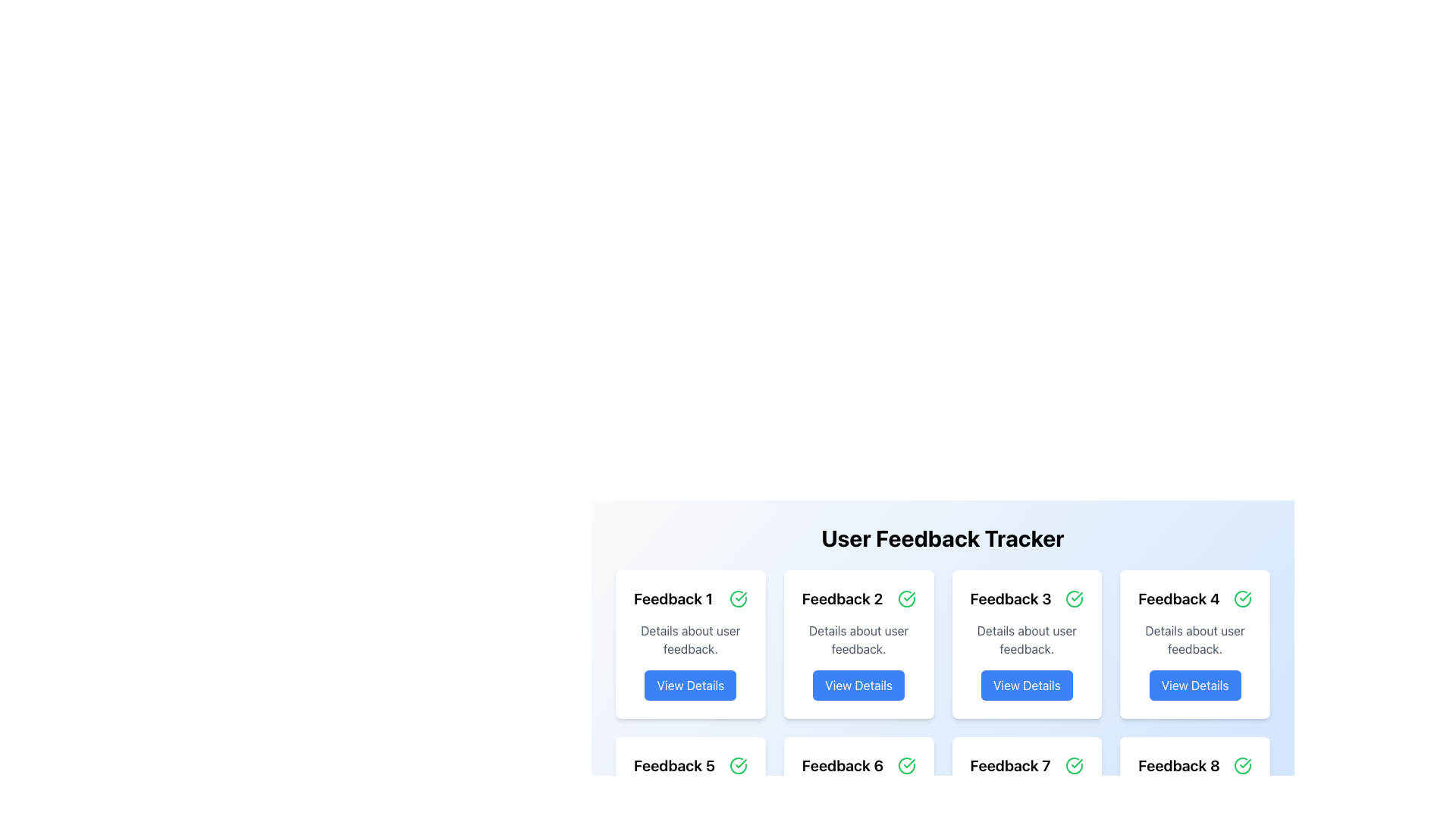 The height and width of the screenshot is (819, 1456). I want to click on the circular checkmark icon with a green outline located next to the 'Feedback 3' label in the middle of the second row of feedback items, so click(1074, 598).